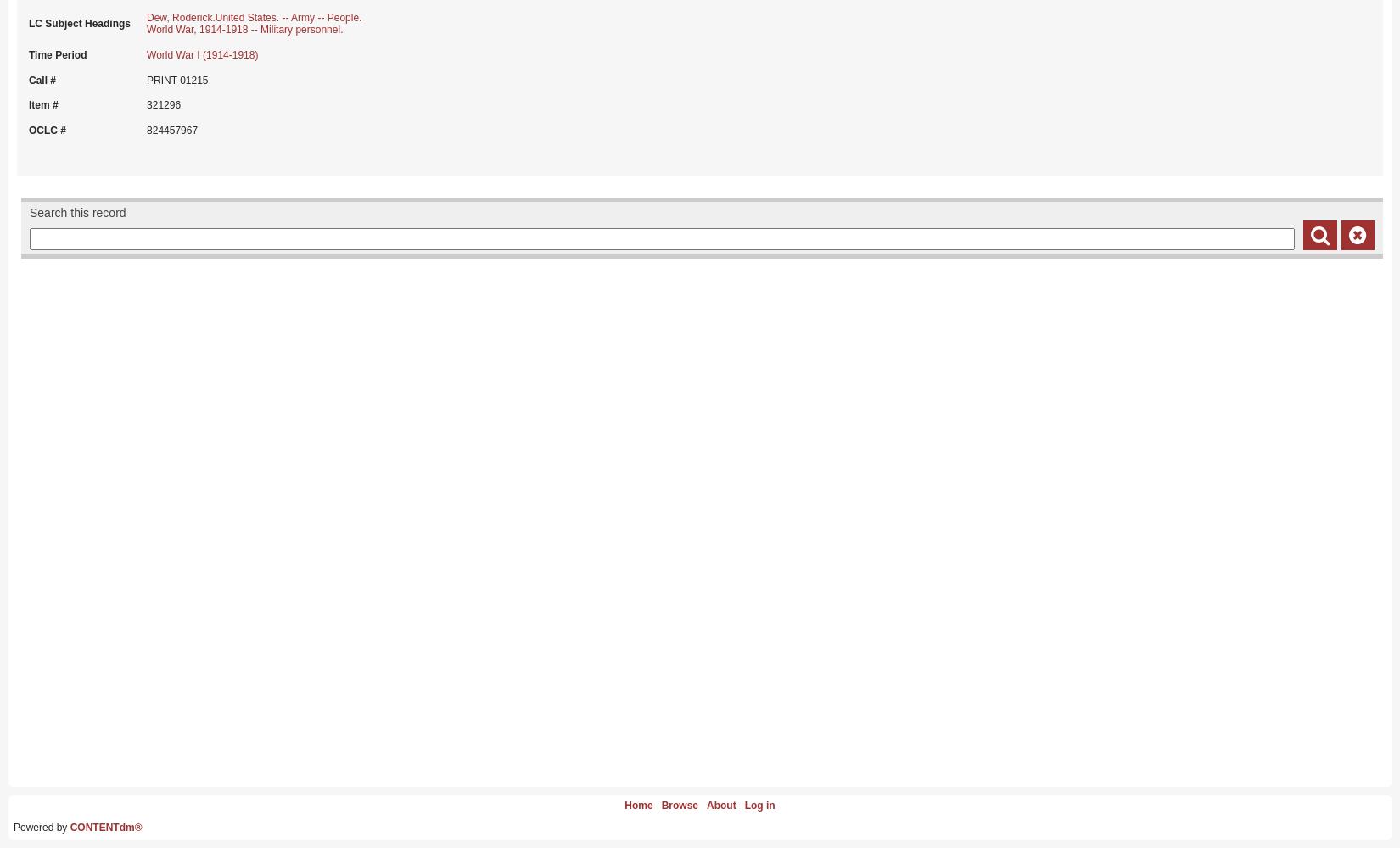 This screenshot has height=848, width=1400. What do you see at coordinates (77, 212) in the screenshot?
I see `'Search this record'` at bounding box center [77, 212].